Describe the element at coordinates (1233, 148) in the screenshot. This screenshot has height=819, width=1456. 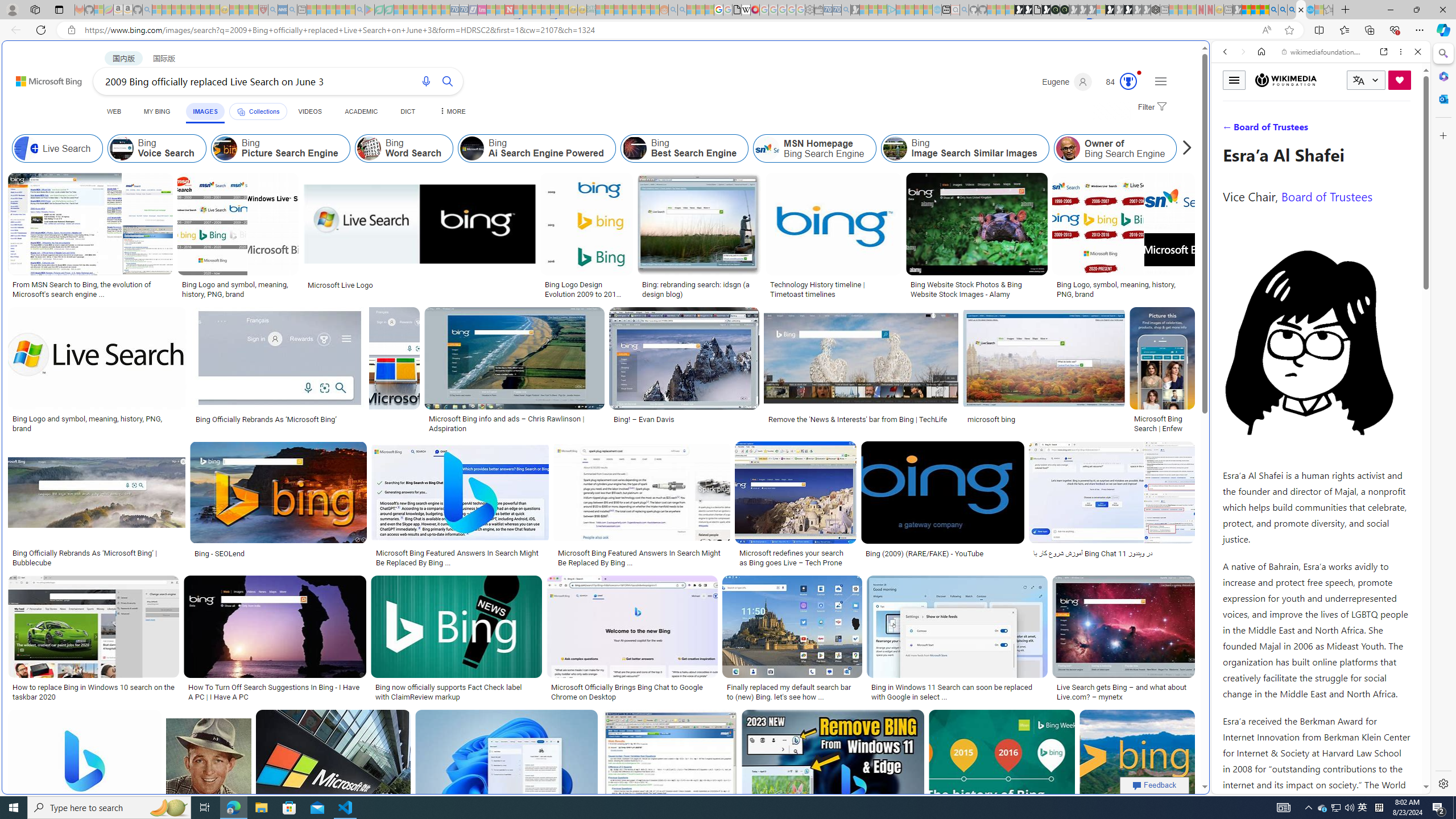
I see `'Class: item col'` at that location.